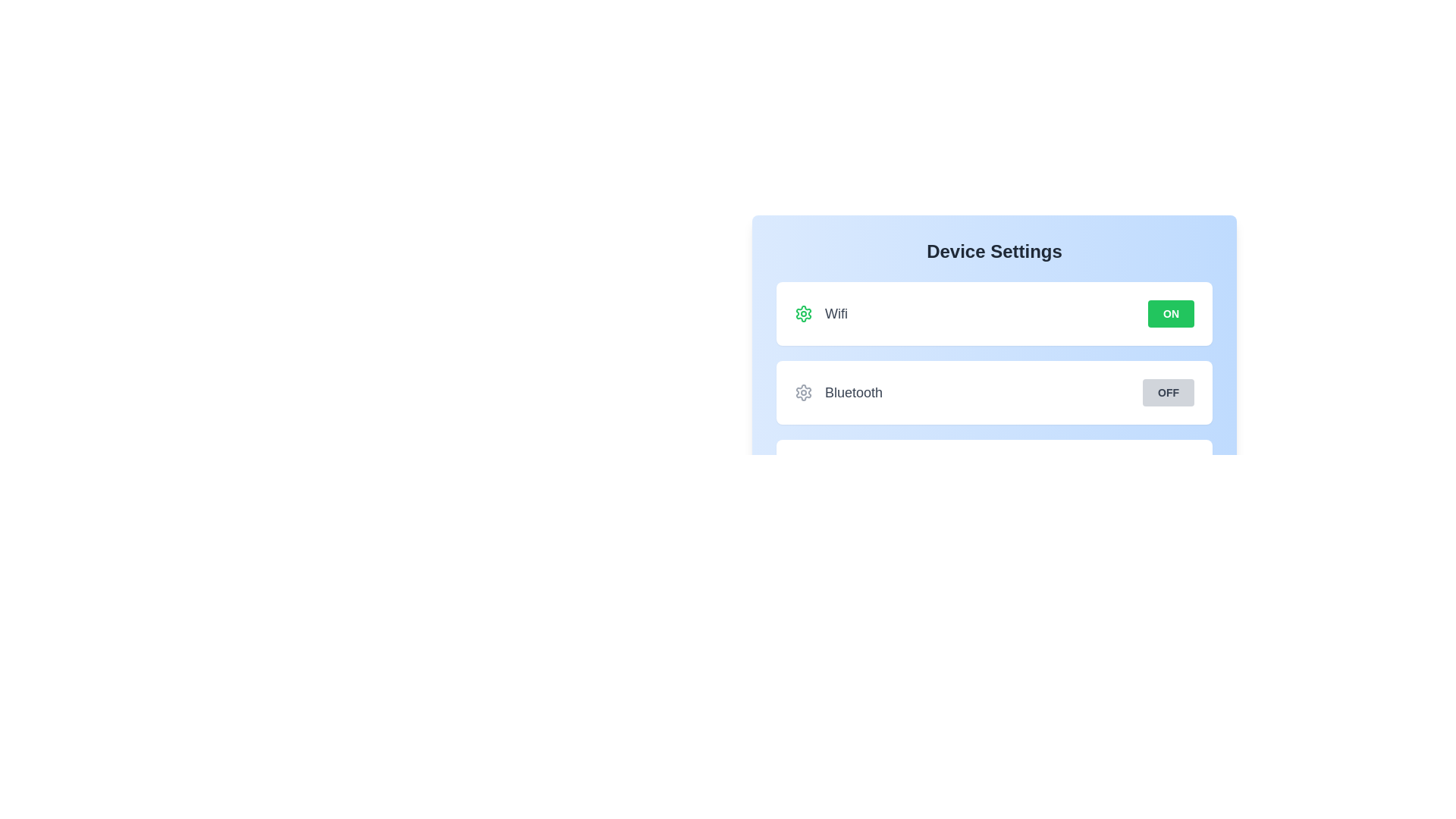 Image resolution: width=1456 pixels, height=819 pixels. I want to click on the setting icon for Bluetooth to reveal information, so click(803, 391).